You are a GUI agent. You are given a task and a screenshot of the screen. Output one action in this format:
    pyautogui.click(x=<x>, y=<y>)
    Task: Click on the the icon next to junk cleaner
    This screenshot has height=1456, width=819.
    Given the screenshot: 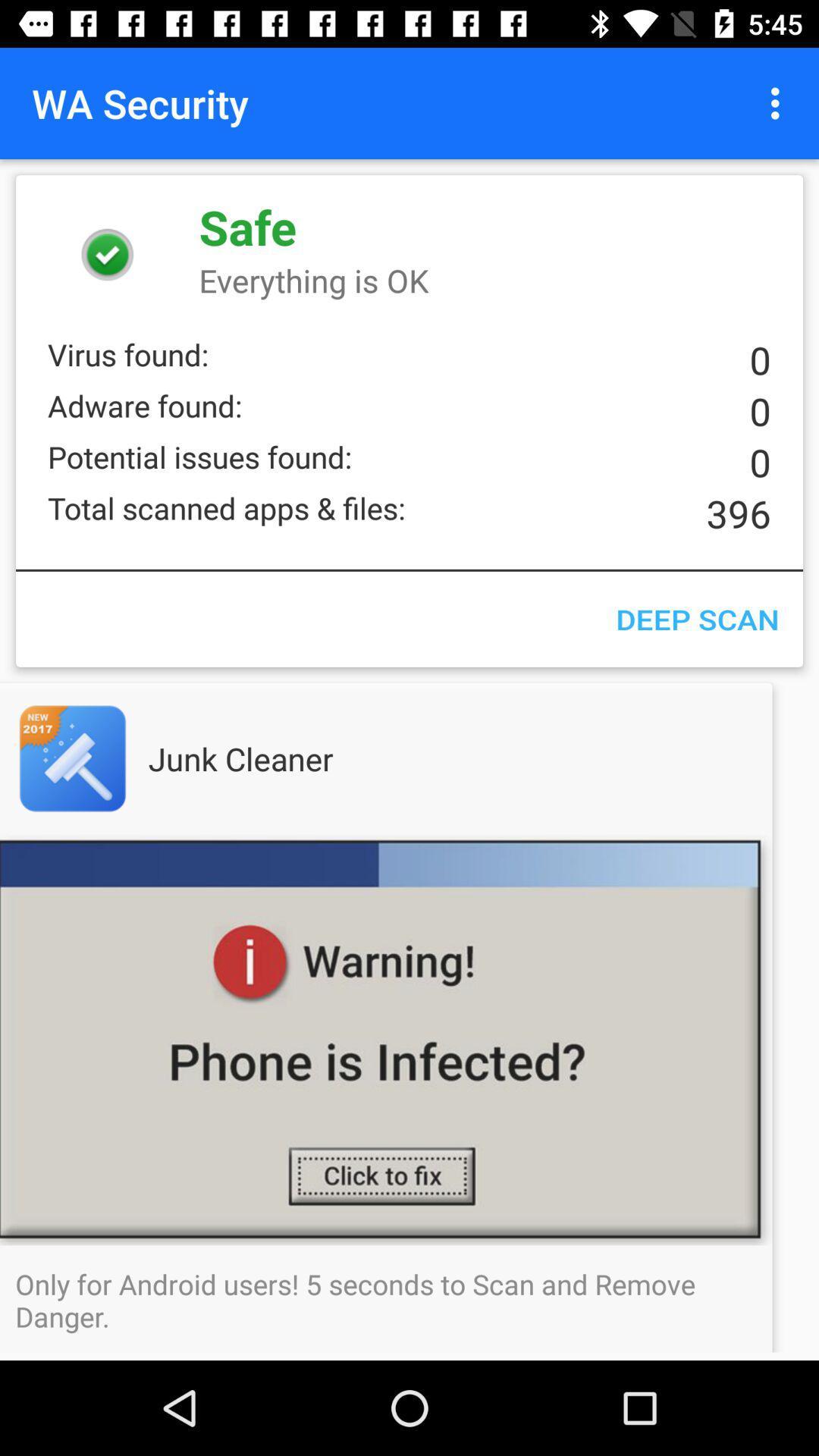 What is the action you would take?
    pyautogui.click(x=102, y=758)
    